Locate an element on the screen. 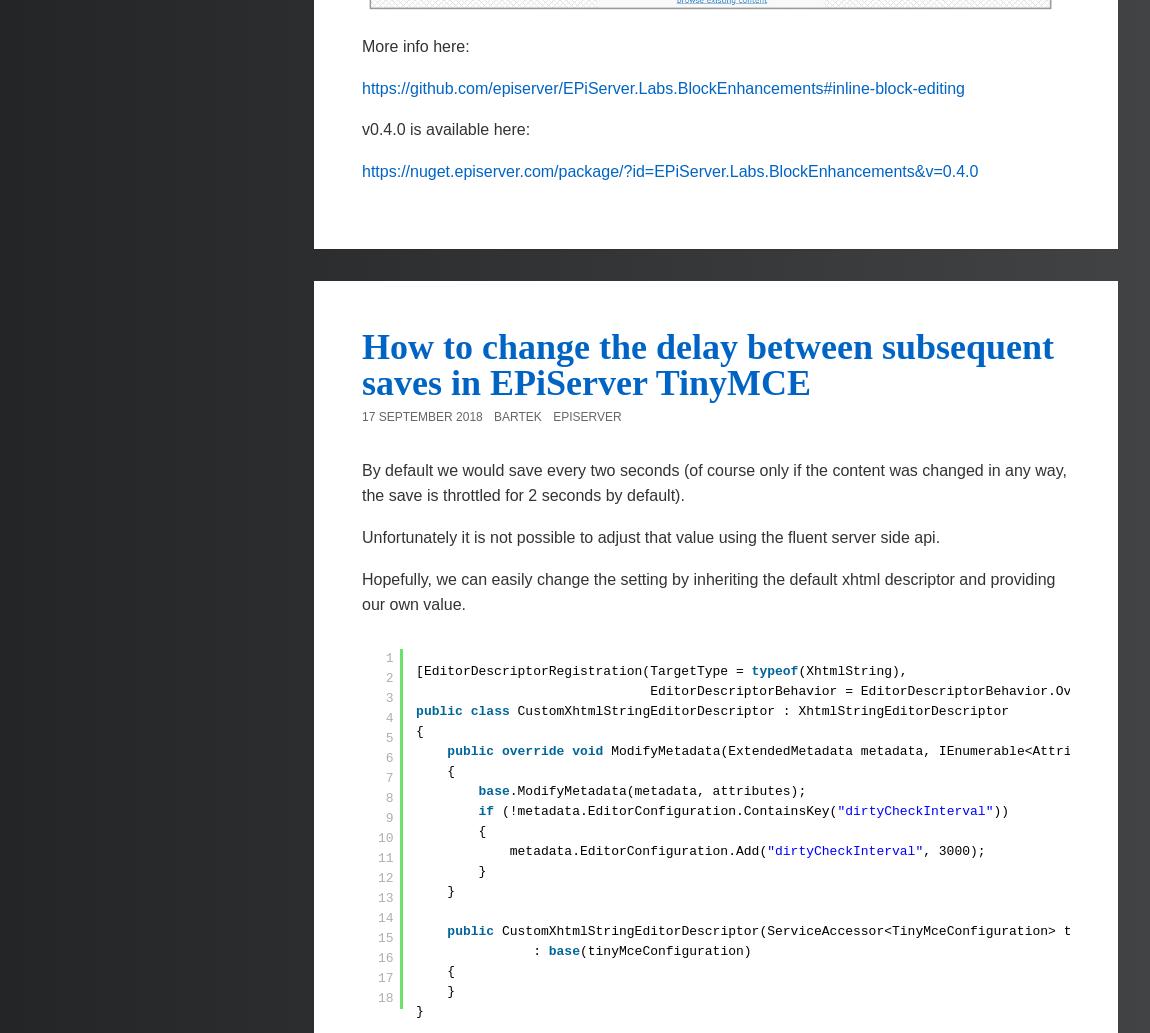  'v0.4.0 is available here:' is located at coordinates (445, 129).